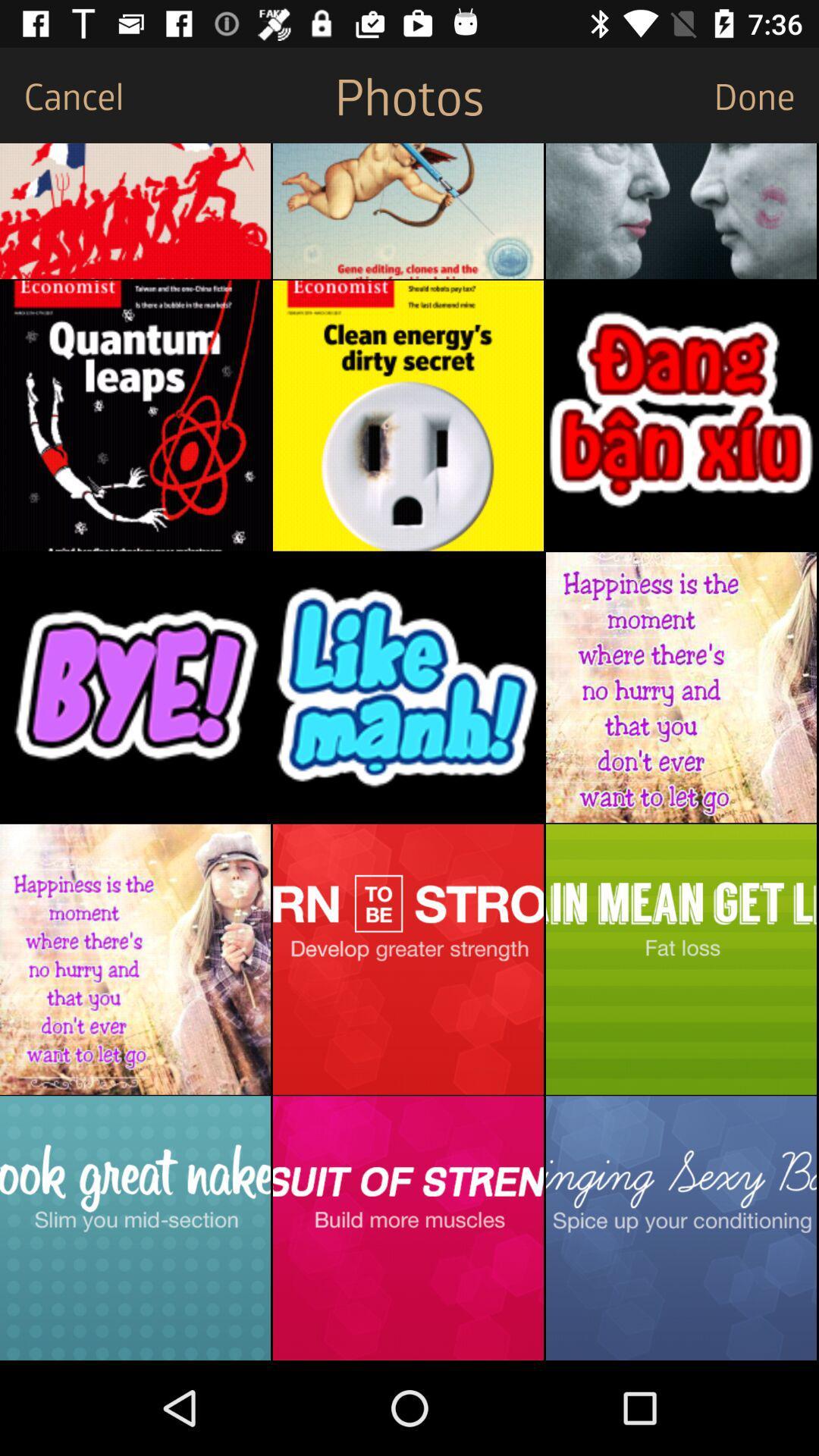 The height and width of the screenshot is (1456, 819). What do you see at coordinates (407, 686) in the screenshot?
I see `image` at bounding box center [407, 686].